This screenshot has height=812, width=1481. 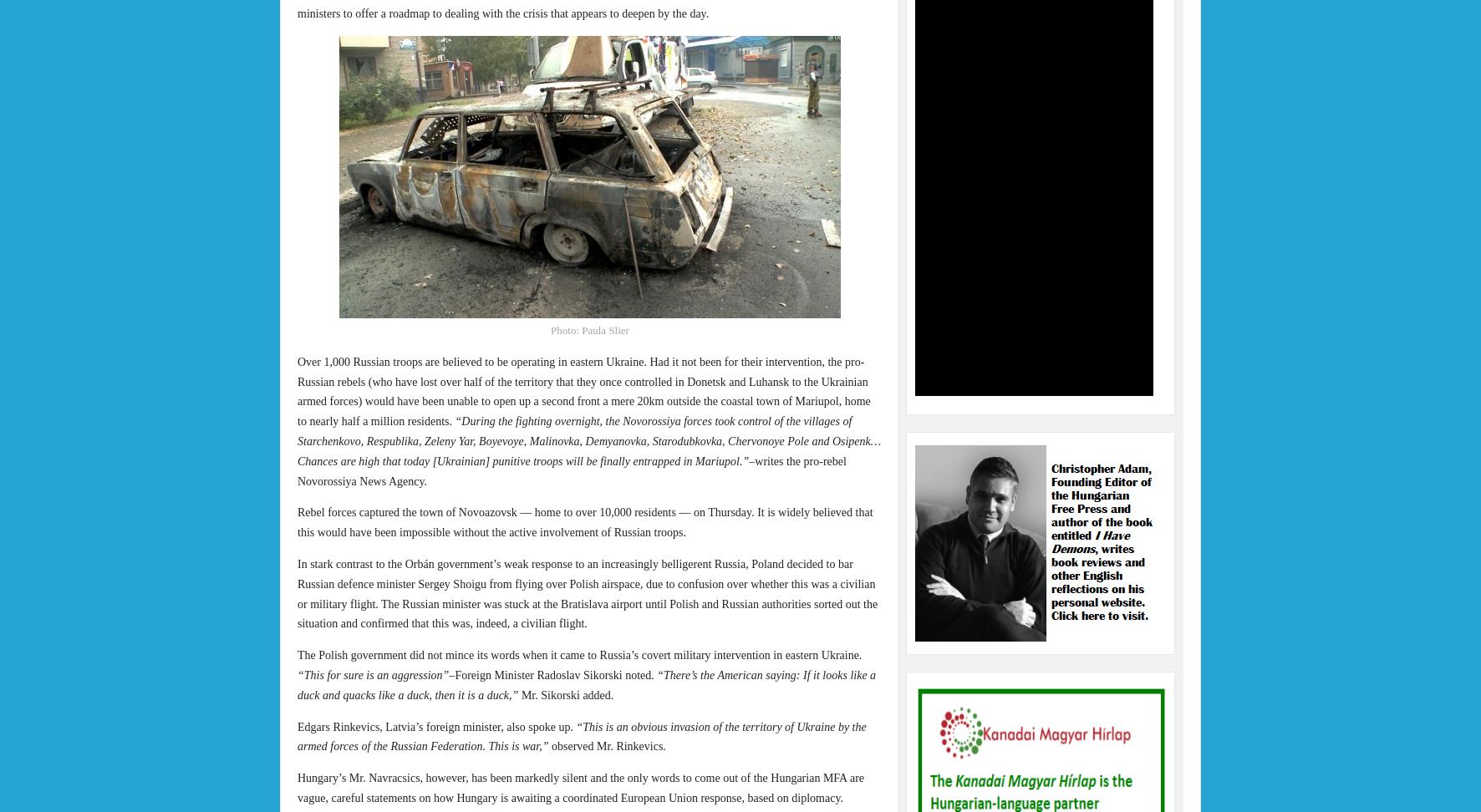 What do you see at coordinates (578, 655) in the screenshot?
I see `'The Polish government did not mince its words when it came to Russia’s covert military intervention in eastern Ukraine.'` at bounding box center [578, 655].